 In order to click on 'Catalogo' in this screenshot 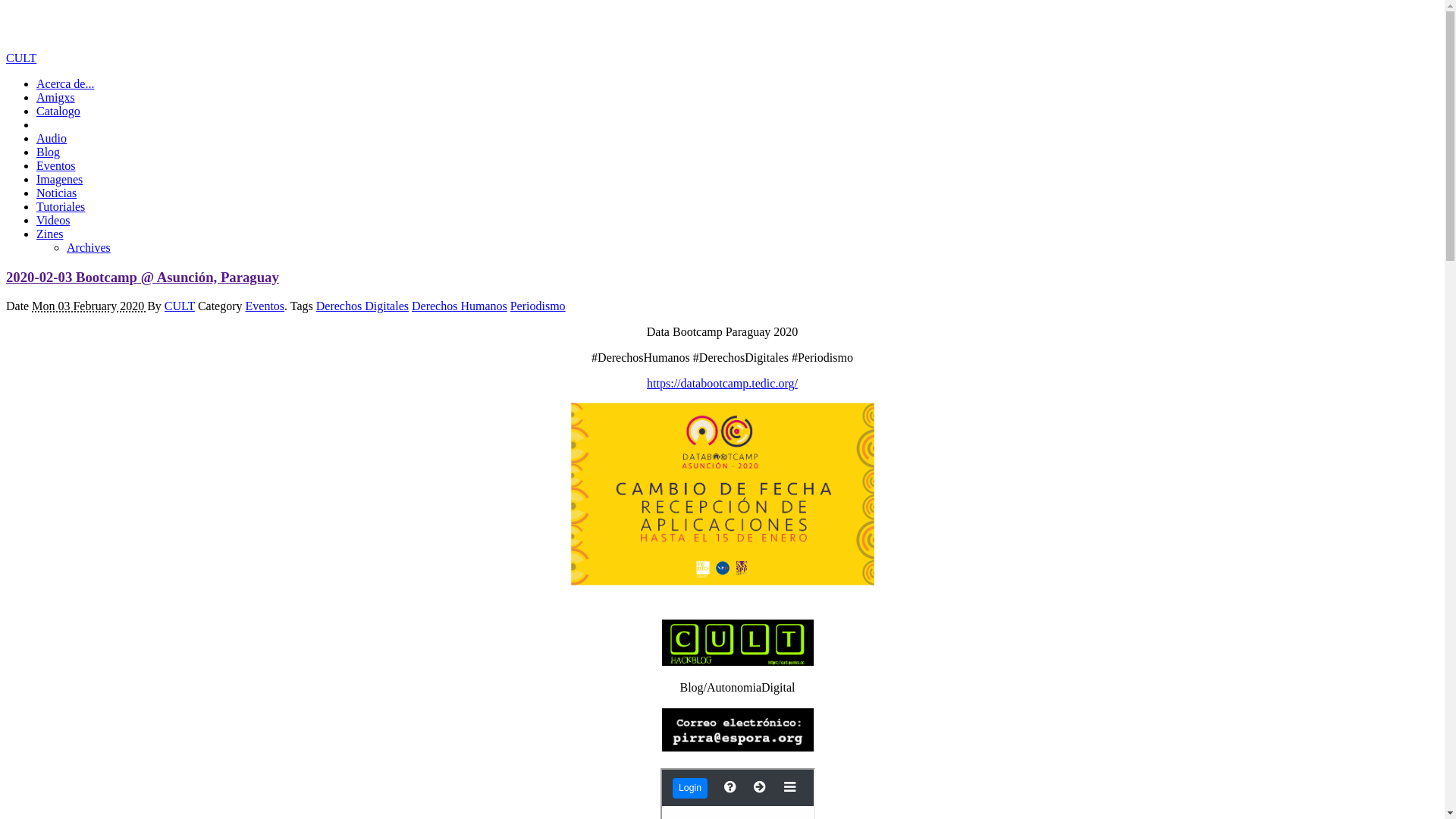, I will do `click(58, 110)`.